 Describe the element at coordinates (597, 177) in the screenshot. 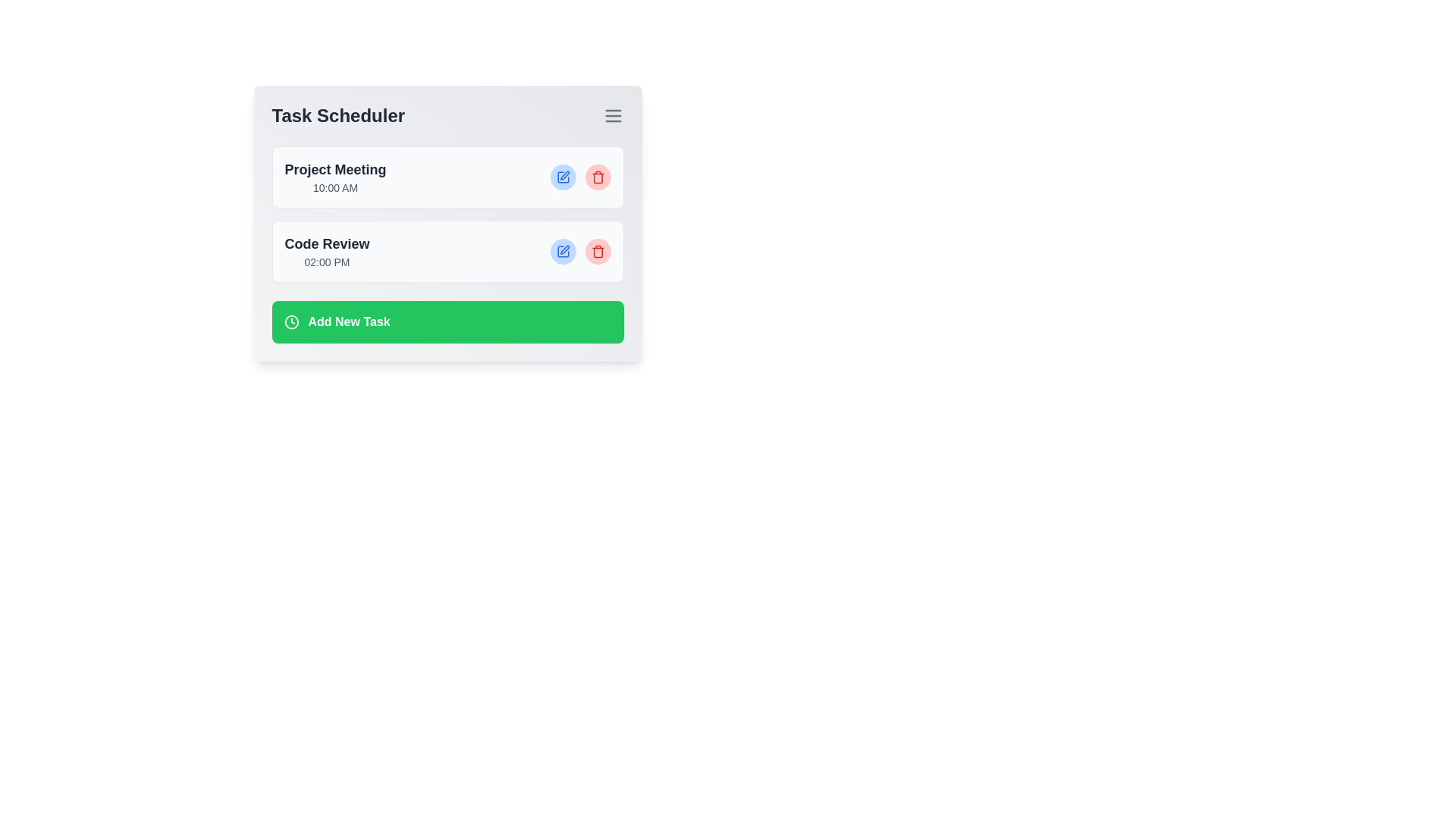

I see `the red trash can icon button located on the right side of the 'Code Review' task entry for accessibility purposes` at that location.